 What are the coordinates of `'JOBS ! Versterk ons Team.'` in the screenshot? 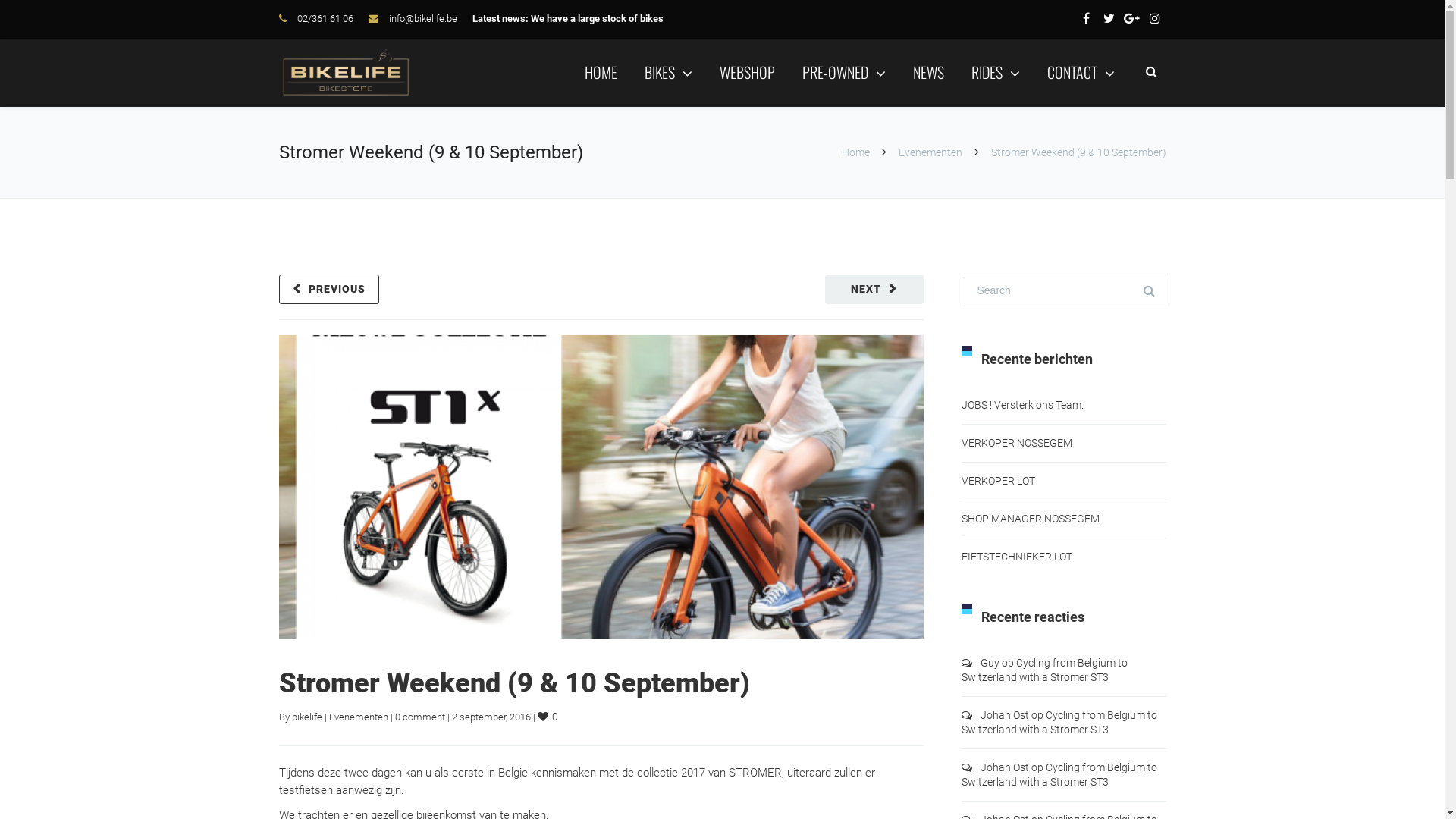 It's located at (1022, 403).